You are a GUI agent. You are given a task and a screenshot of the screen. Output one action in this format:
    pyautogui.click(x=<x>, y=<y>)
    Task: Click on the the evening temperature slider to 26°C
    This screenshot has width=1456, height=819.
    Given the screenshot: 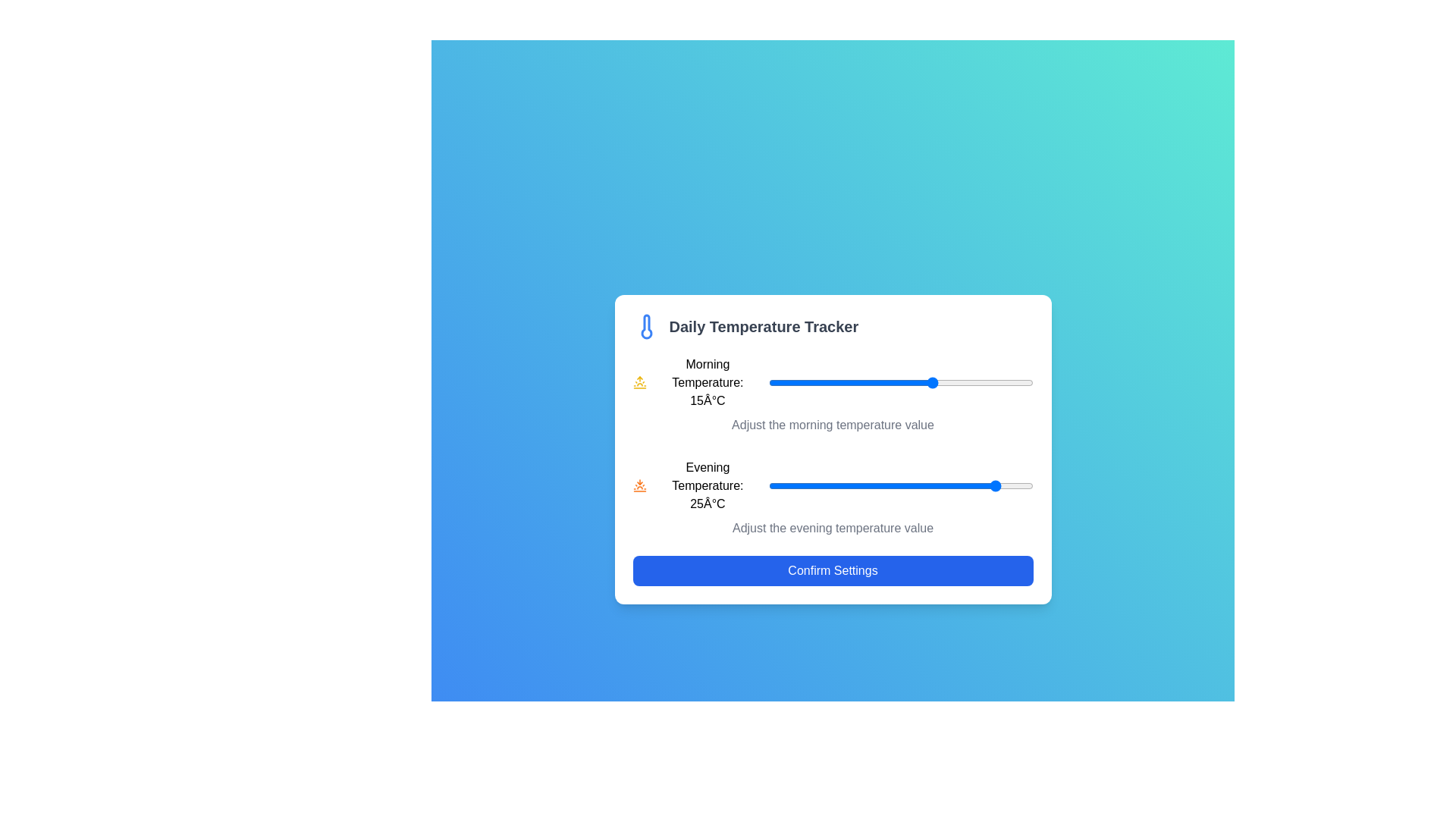 What is the action you would take?
    pyautogui.click(x=1006, y=485)
    